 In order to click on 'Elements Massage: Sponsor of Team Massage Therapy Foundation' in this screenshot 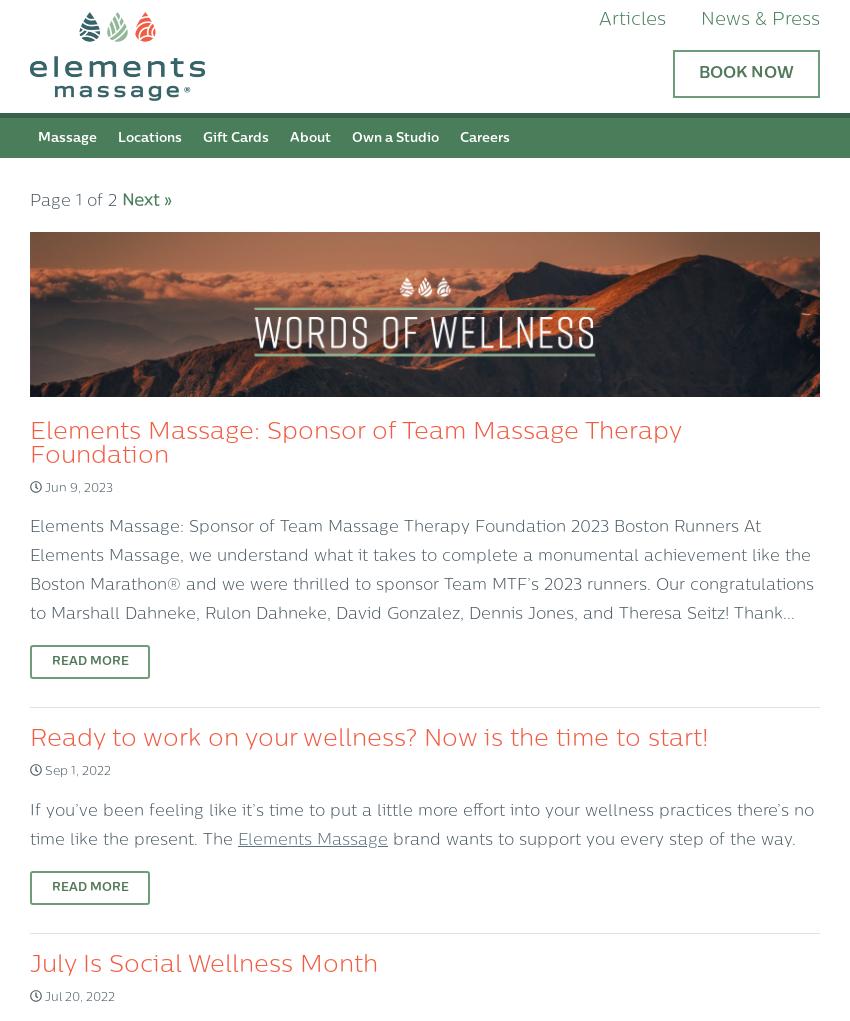, I will do `click(354, 444)`.